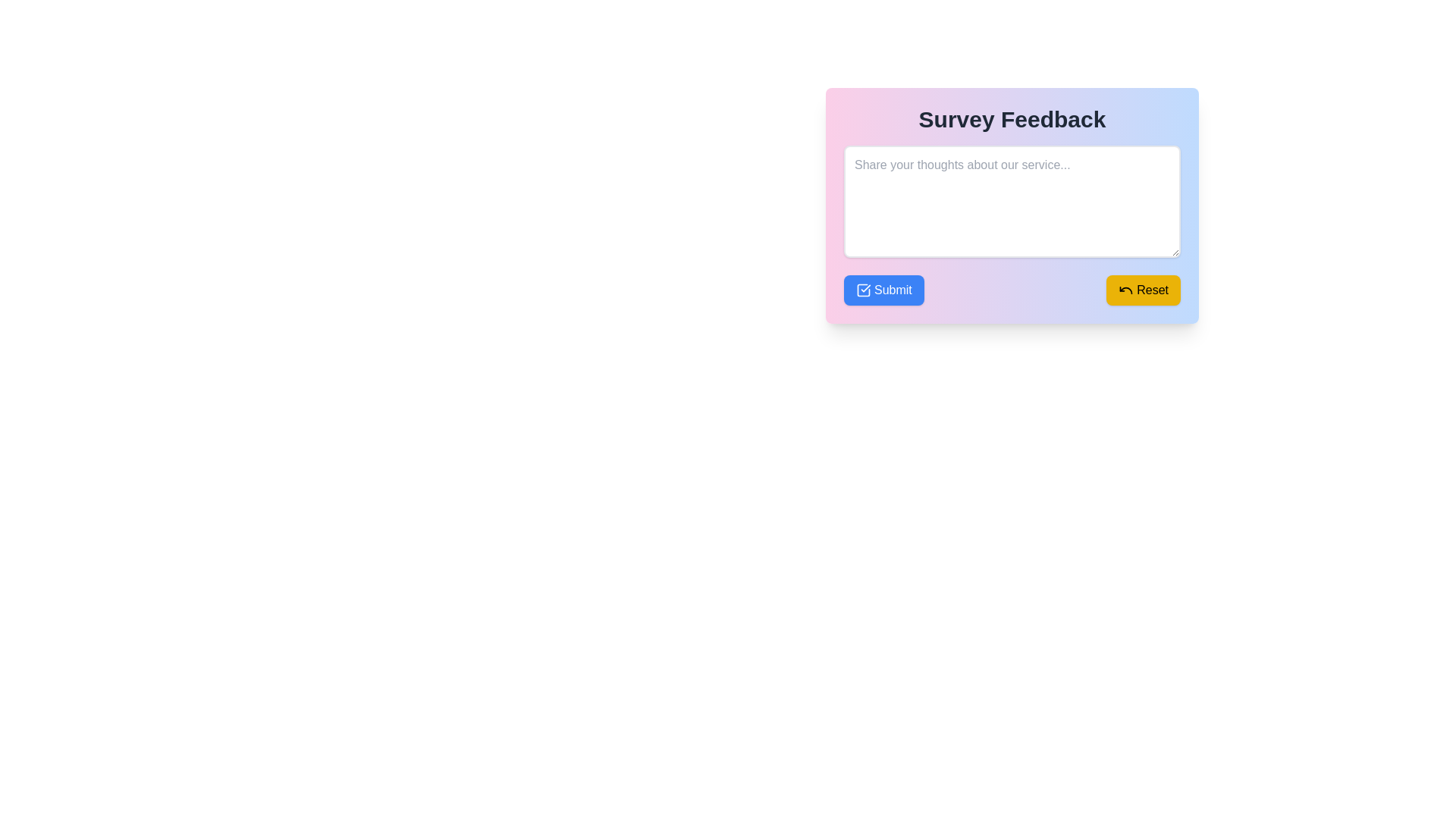 This screenshot has width=1456, height=819. I want to click on the leftmost submission button in the button group located near the bottom-left corner of the 'Survey Feedback' panel, so click(883, 290).